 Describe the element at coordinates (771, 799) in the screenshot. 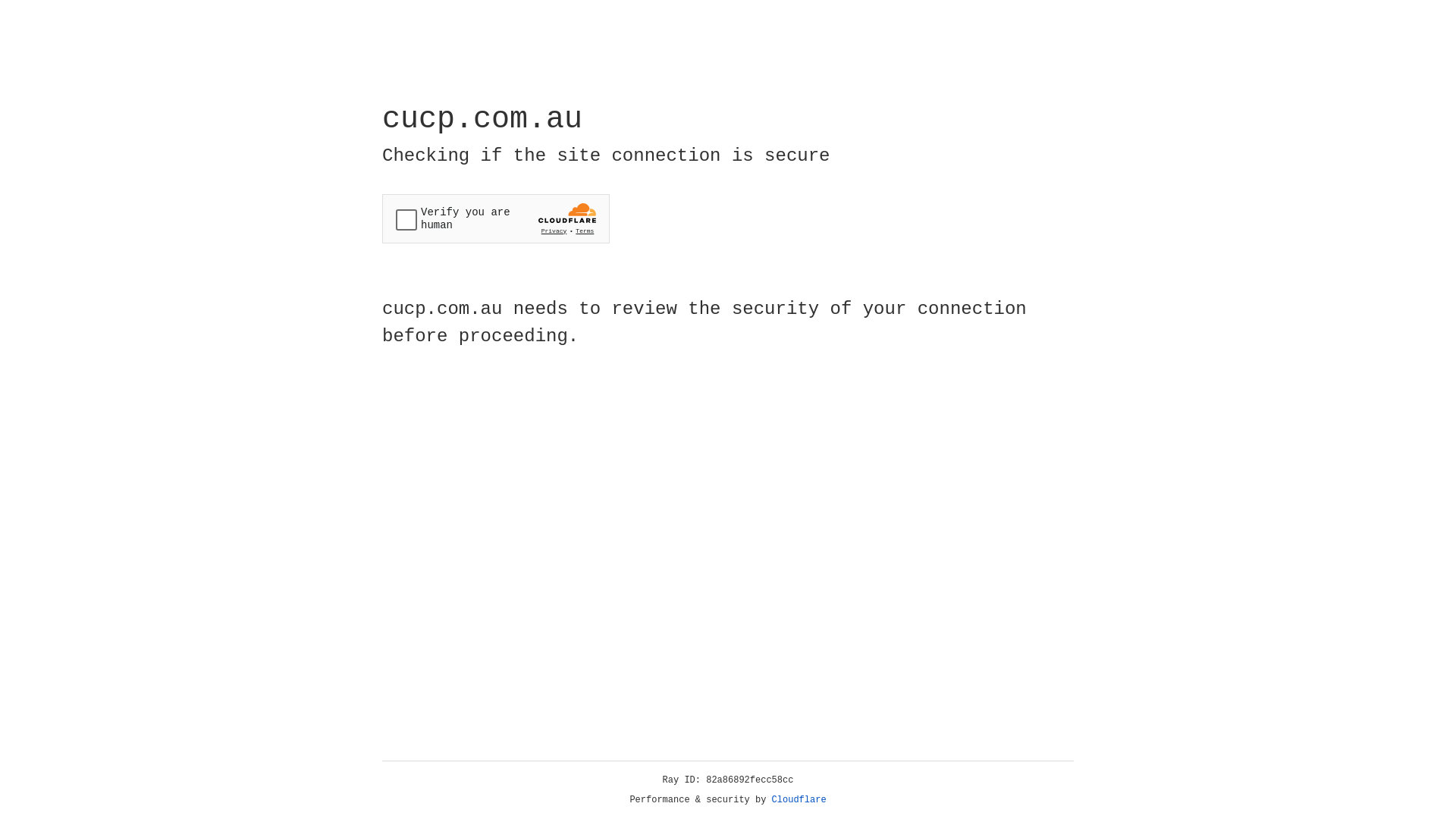

I see `'Cloudflare'` at that location.